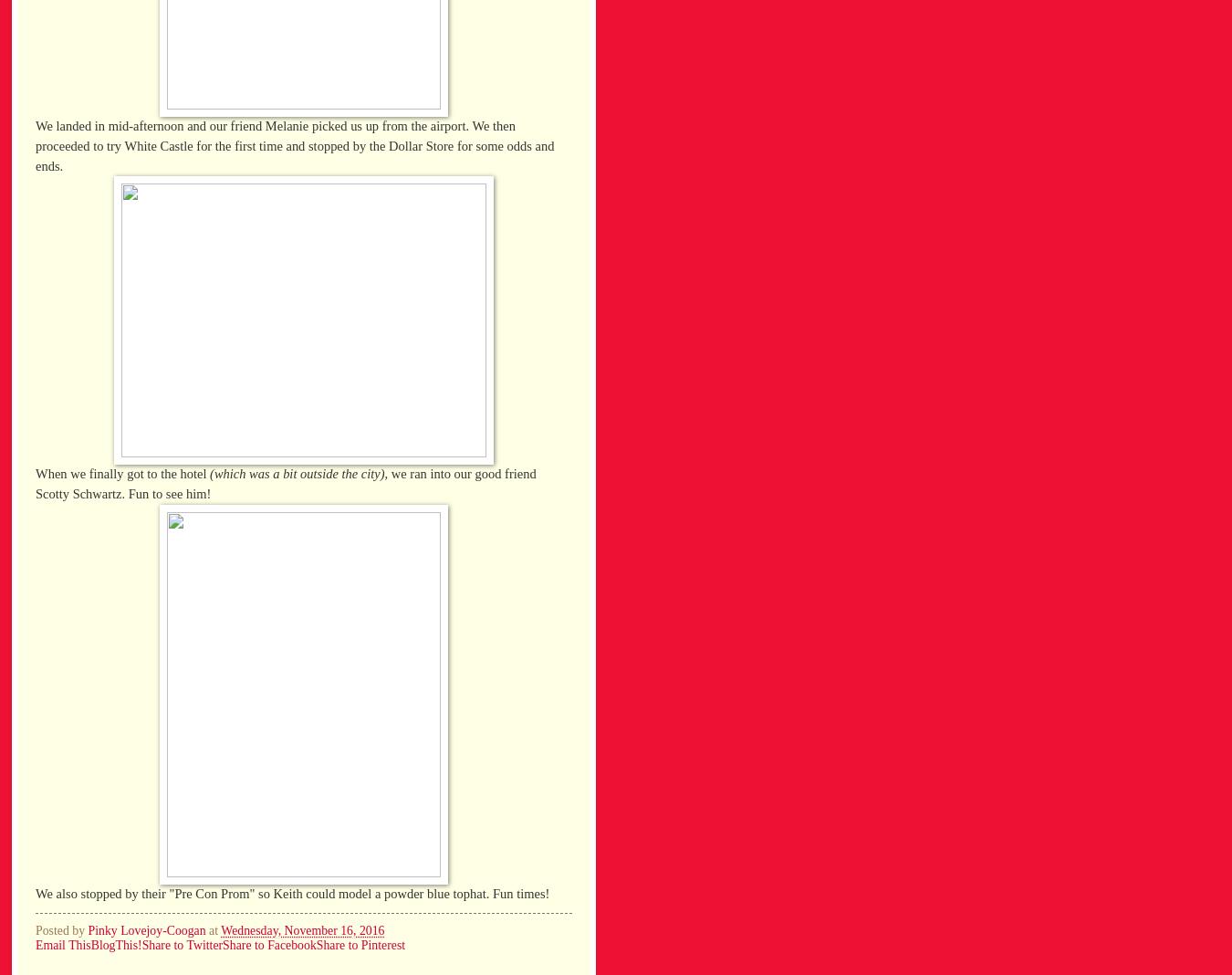 This screenshot has width=1232, height=975. What do you see at coordinates (360, 945) in the screenshot?
I see `'Share to Pinterest'` at bounding box center [360, 945].